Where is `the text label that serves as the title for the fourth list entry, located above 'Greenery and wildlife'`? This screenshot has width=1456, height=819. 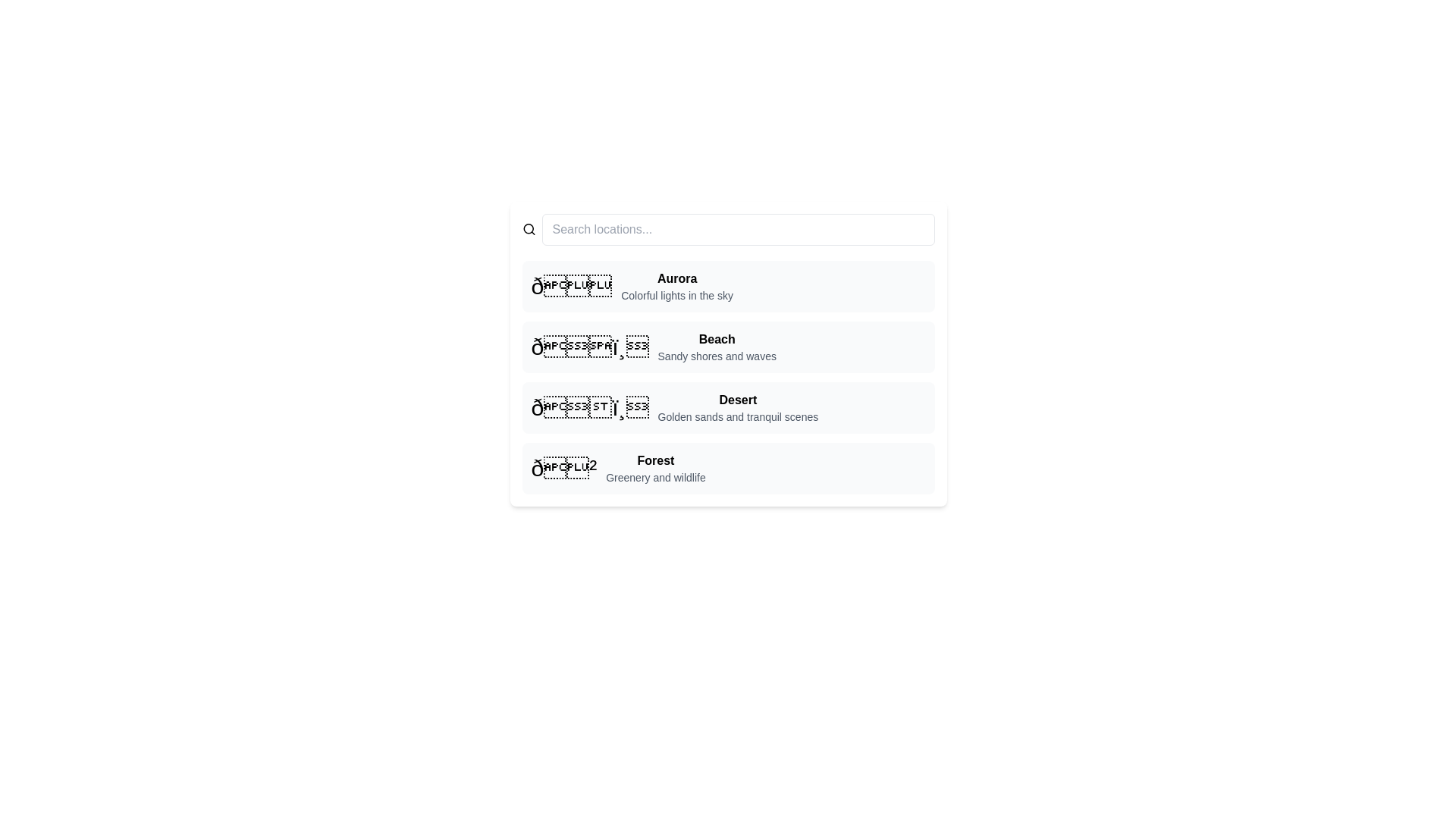
the text label that serves as the title for the fourth list entry, located above 'Greenery and wildlife' is located at coordinates (655, 460).